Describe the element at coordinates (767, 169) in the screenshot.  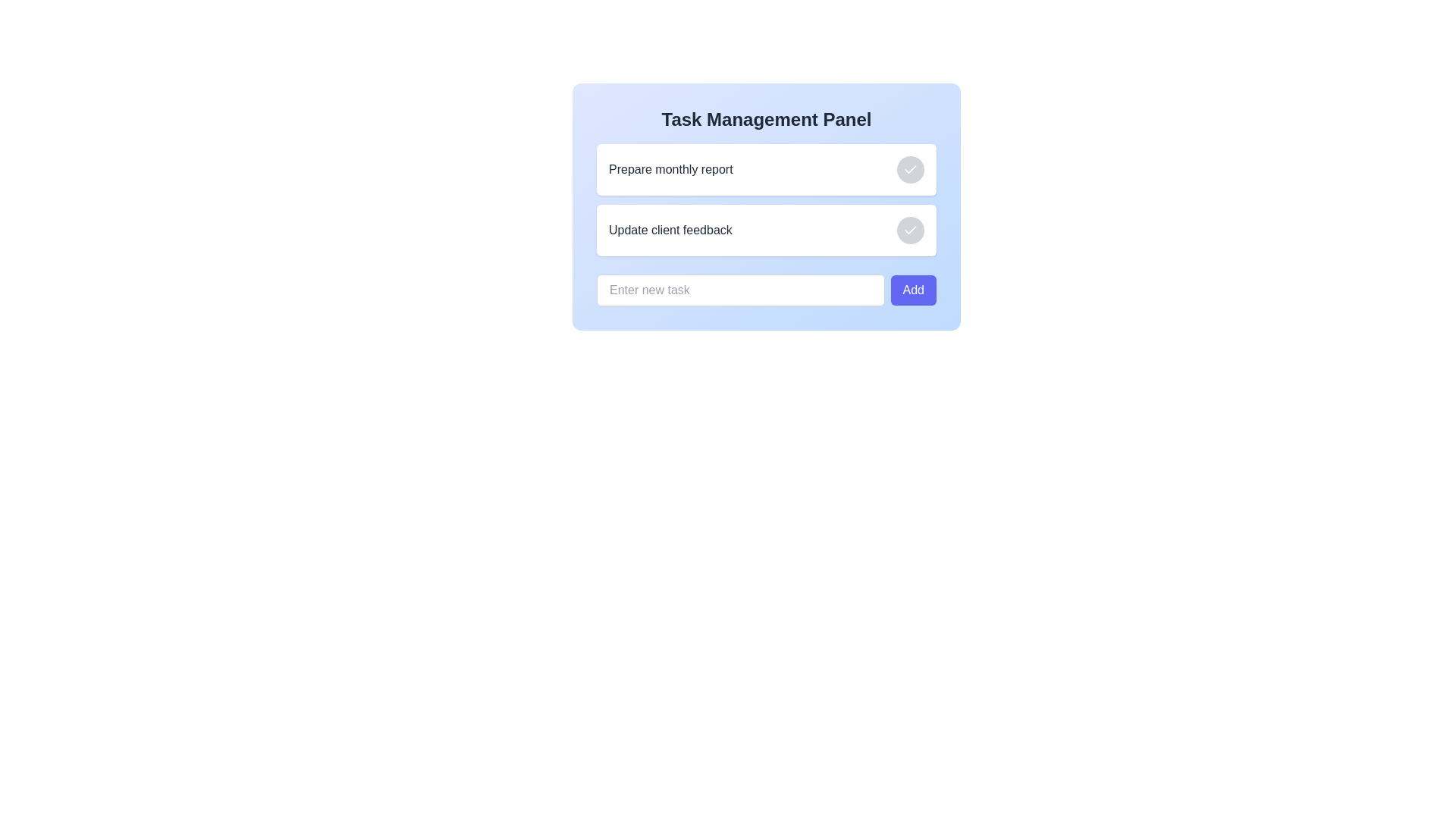
I see `the task entry labeled 'Prepare monthly report' in the Task Management Panel` at that location.